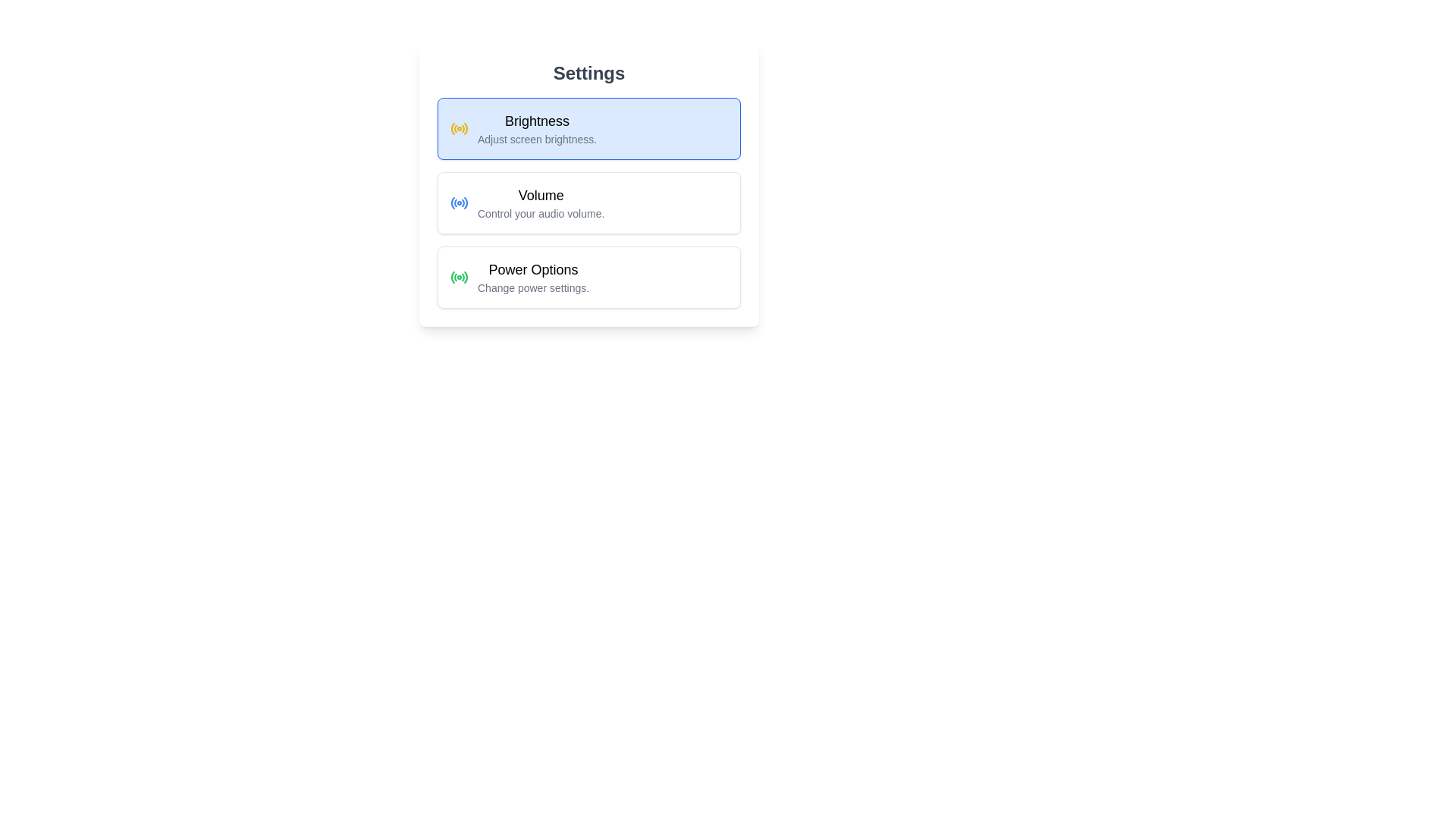 The height and width of the screenshot is (819, 1456). I want to click on the Informational label with dual-line text that reads 'Power Options', so click(533, 278).